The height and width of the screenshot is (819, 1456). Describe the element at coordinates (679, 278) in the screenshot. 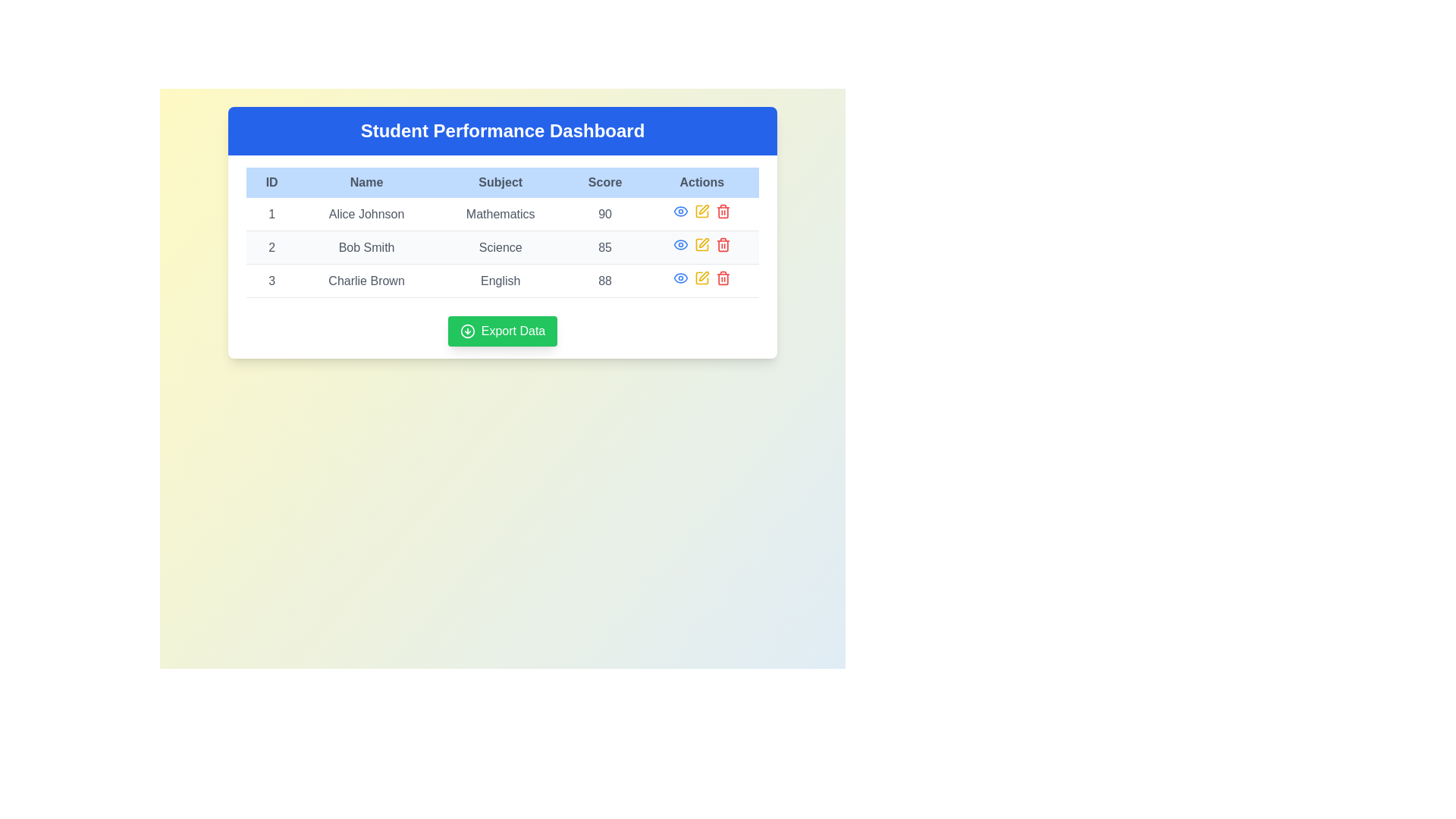

I see `the first icon in the 'Actions' column of the third row of the table` at that location.